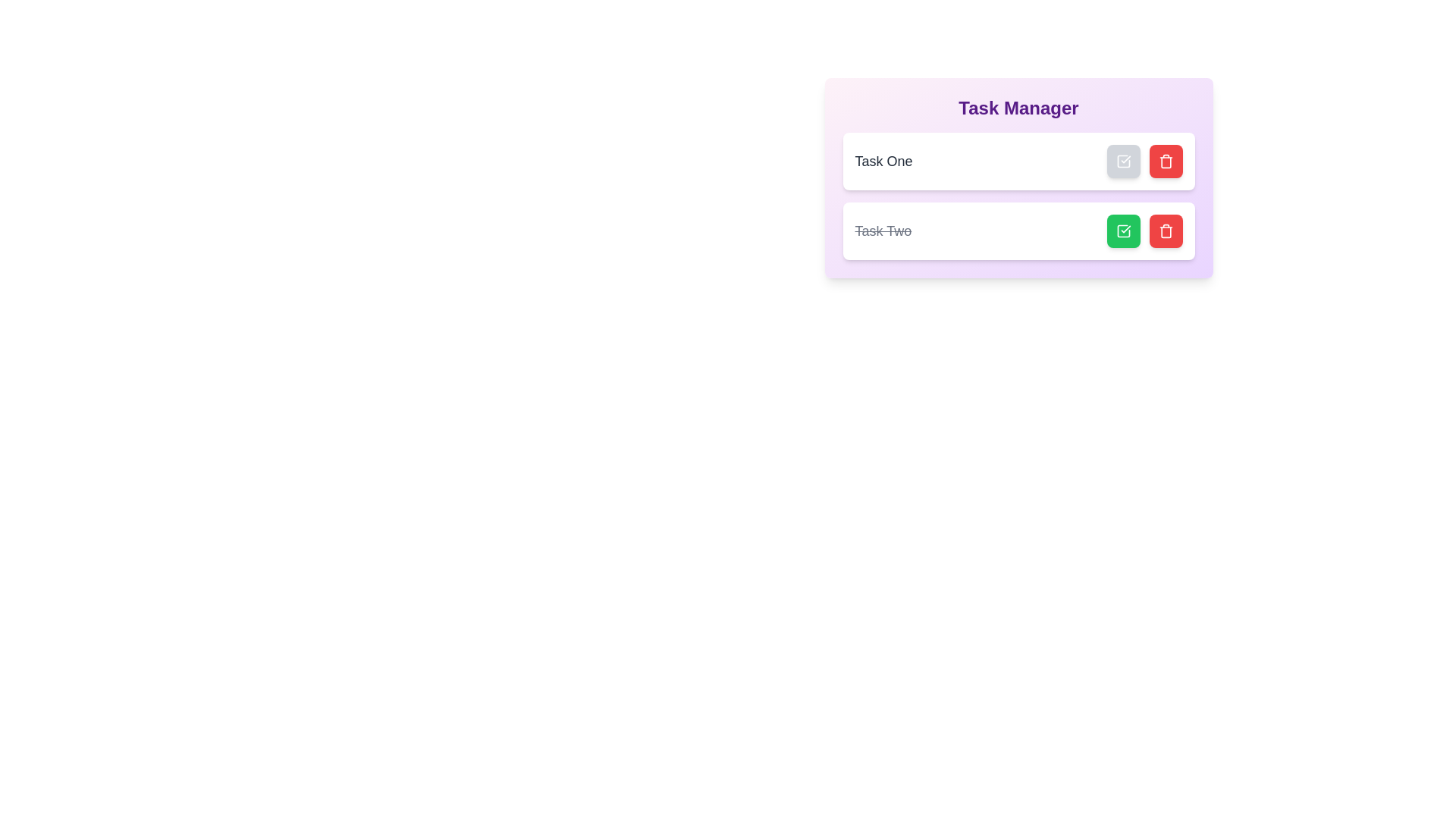 The height and width of the screenshot is (819, 1456). I want to click on the delete button for task Task One, so click(1165, 161).